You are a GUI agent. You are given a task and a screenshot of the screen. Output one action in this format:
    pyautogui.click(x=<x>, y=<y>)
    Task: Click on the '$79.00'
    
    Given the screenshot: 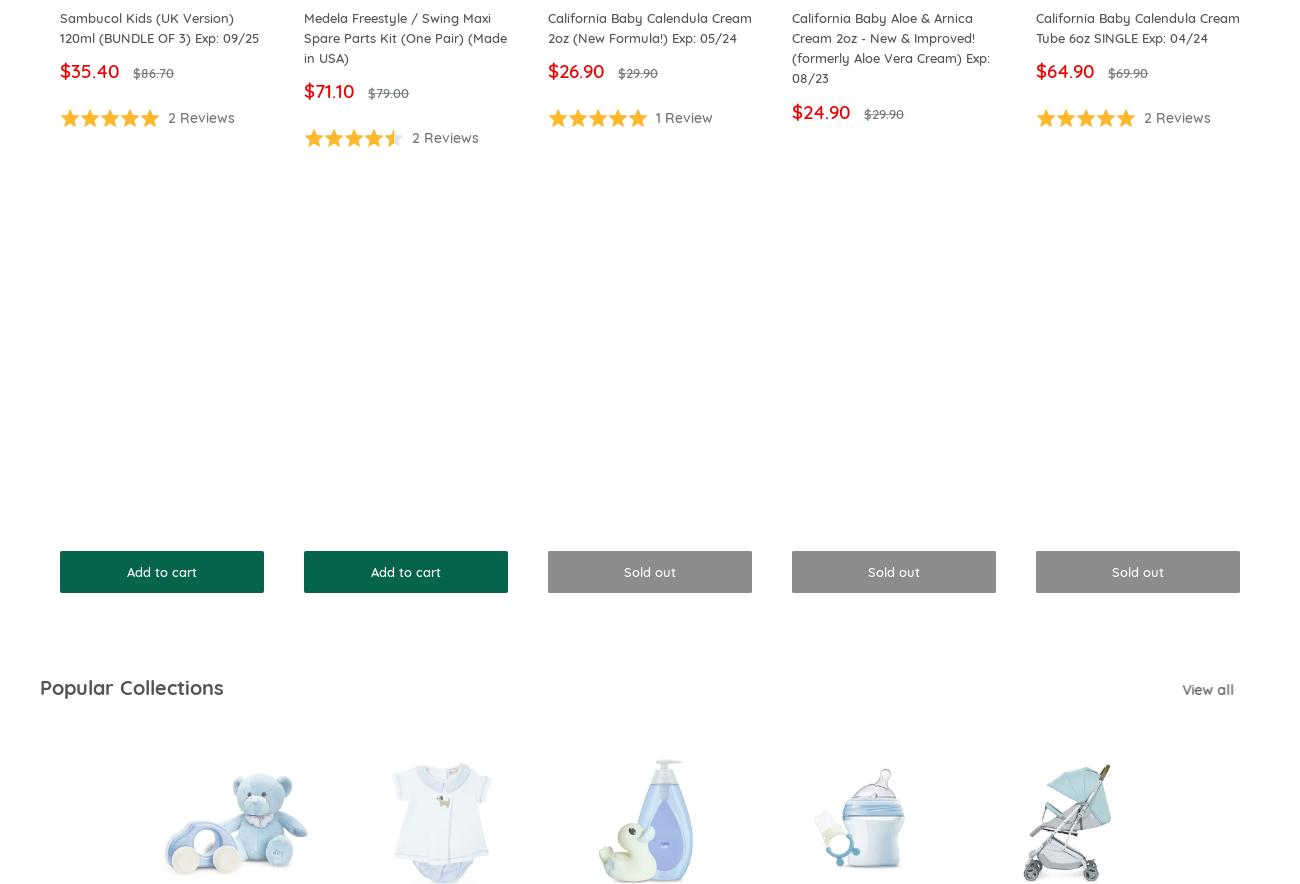 What is the action you would take?
    pyautogui.click(x=367, y=92)
    